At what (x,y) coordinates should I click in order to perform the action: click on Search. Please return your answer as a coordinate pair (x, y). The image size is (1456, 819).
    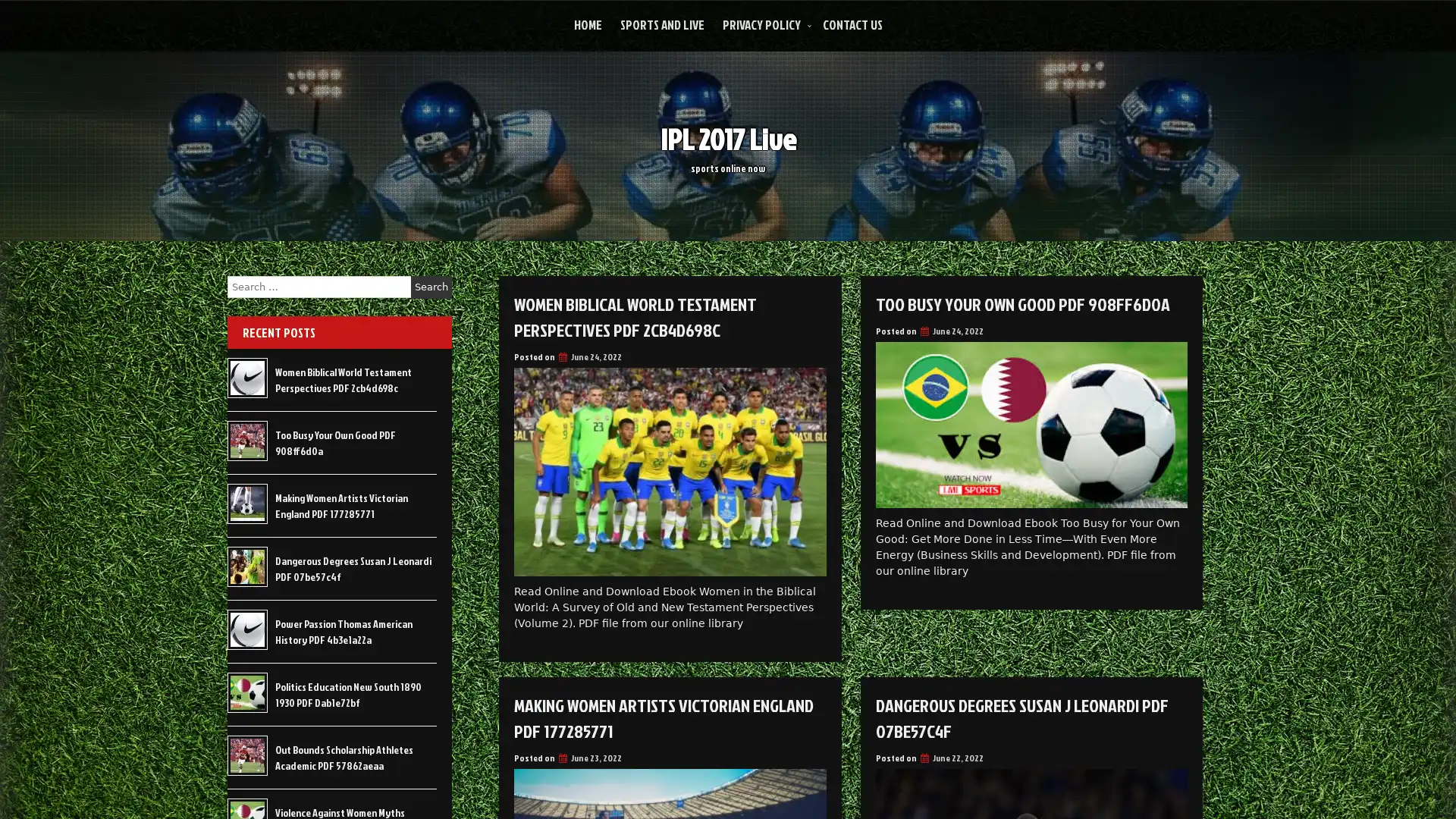
    Looking at the image, I should click on (431, 287).